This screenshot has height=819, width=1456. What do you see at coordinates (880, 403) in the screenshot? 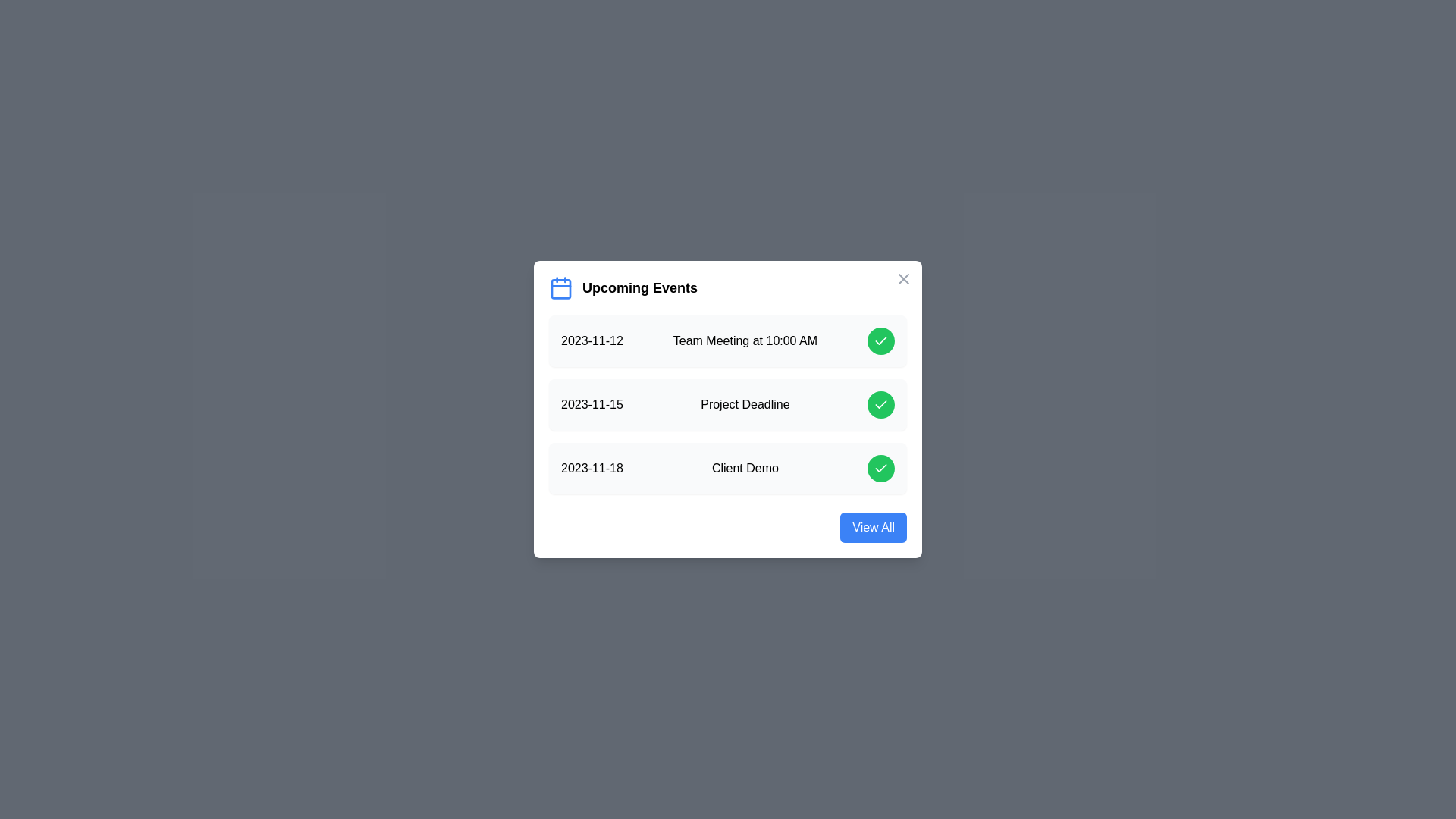
I see `green check button for the event Project Deadline` at bounding box center [880, 403].